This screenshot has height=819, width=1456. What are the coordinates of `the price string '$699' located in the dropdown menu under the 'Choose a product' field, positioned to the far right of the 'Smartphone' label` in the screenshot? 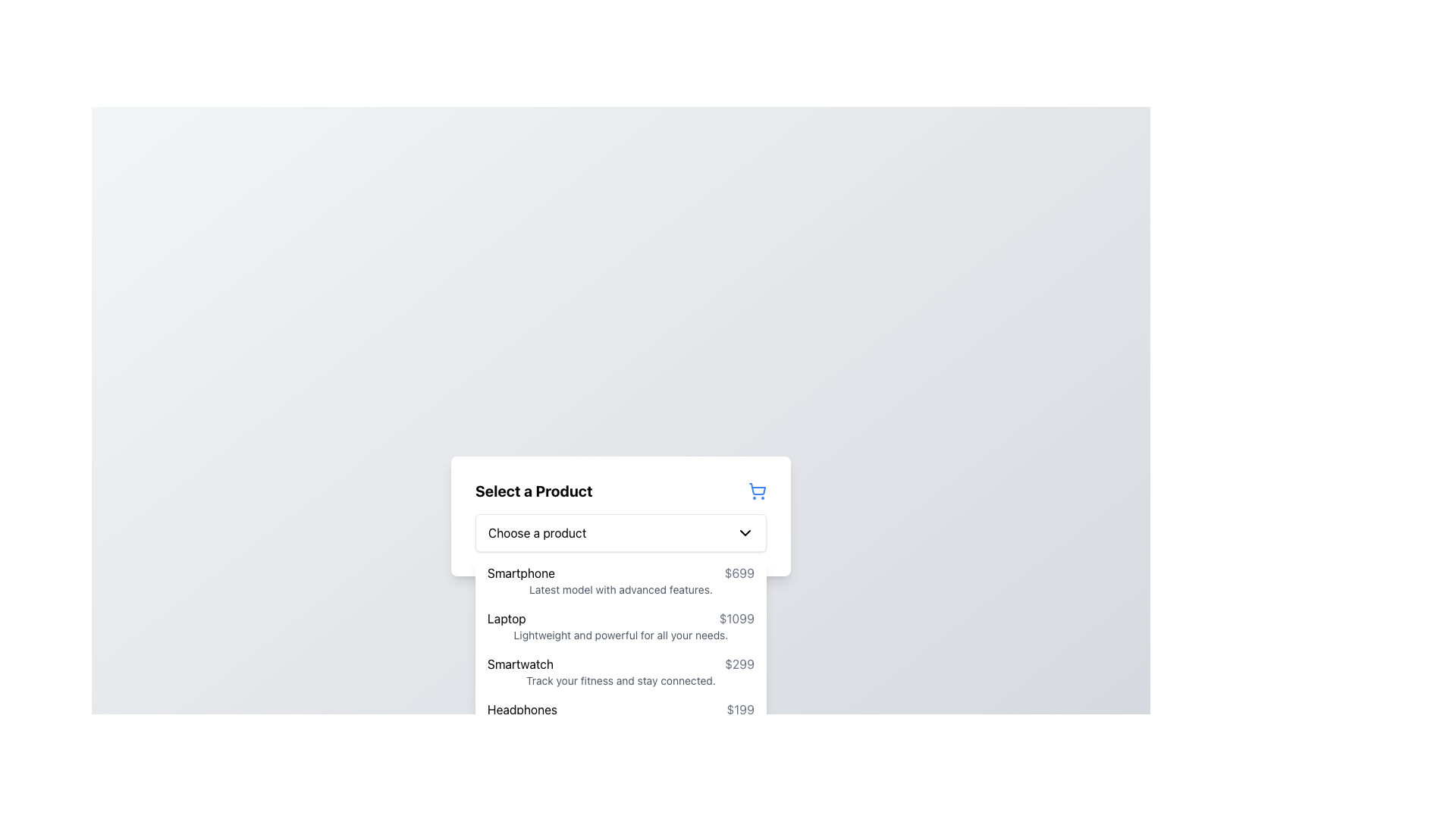 It's located at (739, 573).